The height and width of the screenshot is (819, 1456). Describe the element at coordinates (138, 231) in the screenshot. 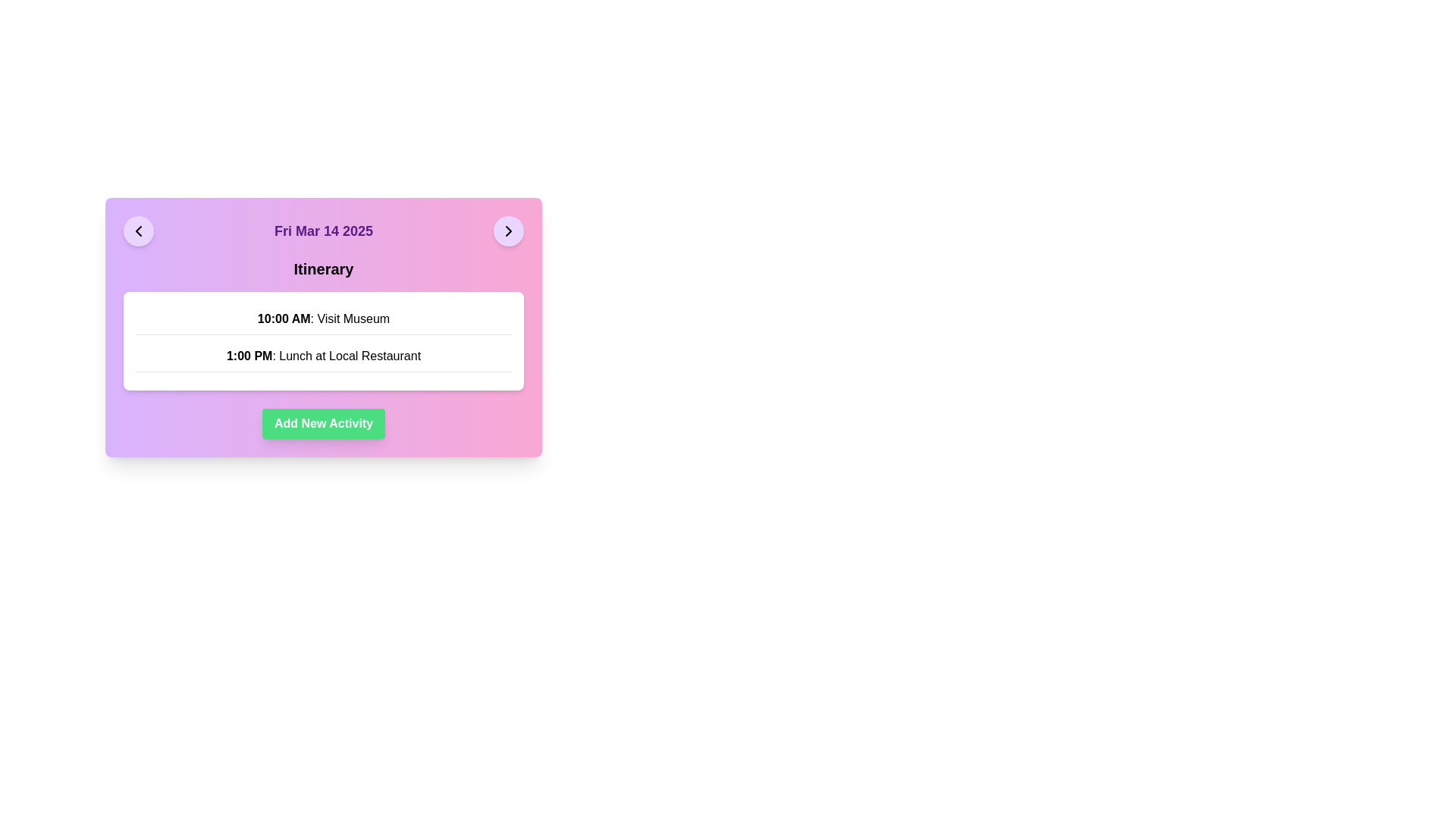

I see `the Chevron Left SVG Icon located in the top-left portion of the card interface to observe any tooltip or styling changes` at that location.